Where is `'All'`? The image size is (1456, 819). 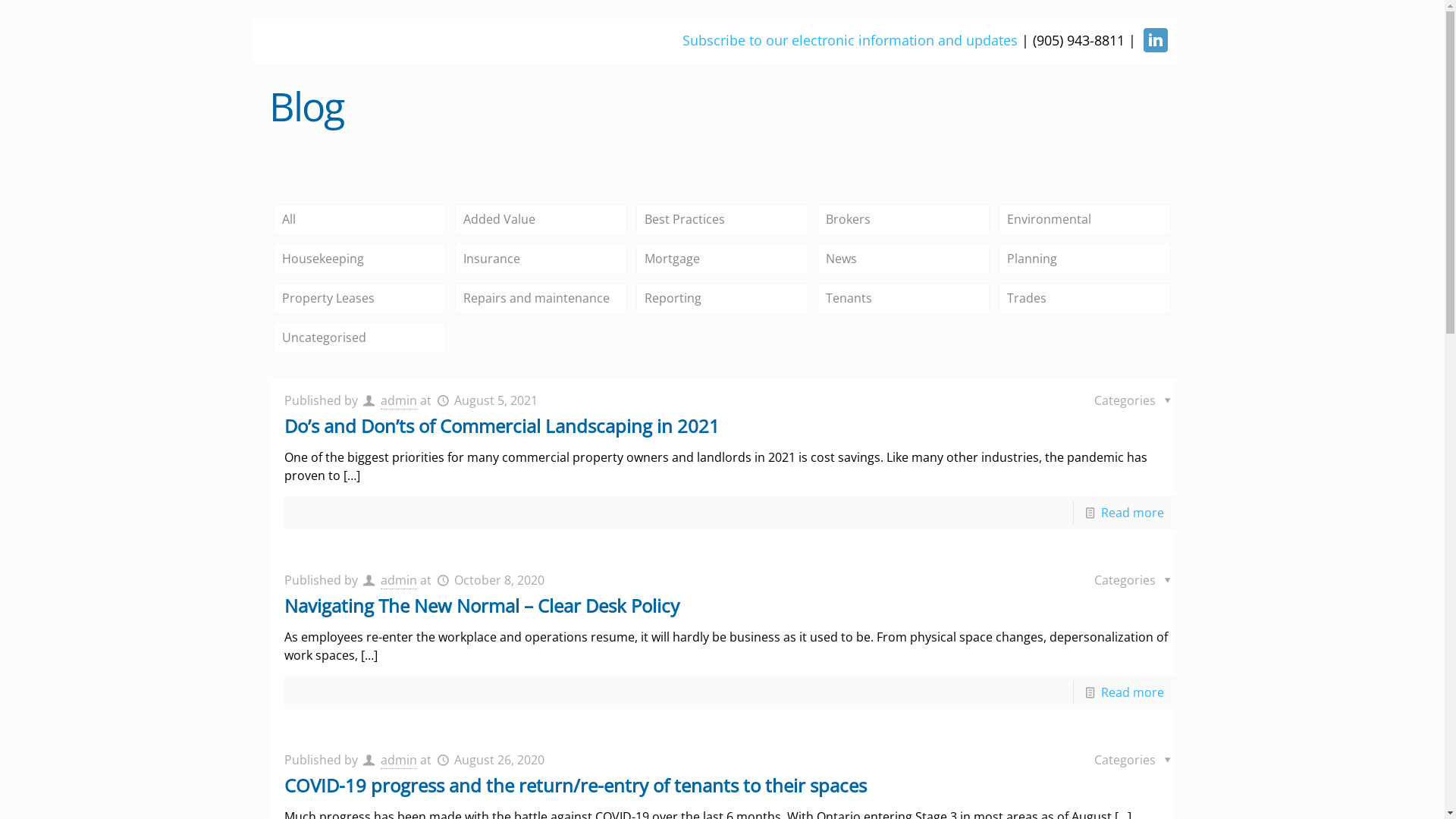
'All' is located at coordinates (273, 219).